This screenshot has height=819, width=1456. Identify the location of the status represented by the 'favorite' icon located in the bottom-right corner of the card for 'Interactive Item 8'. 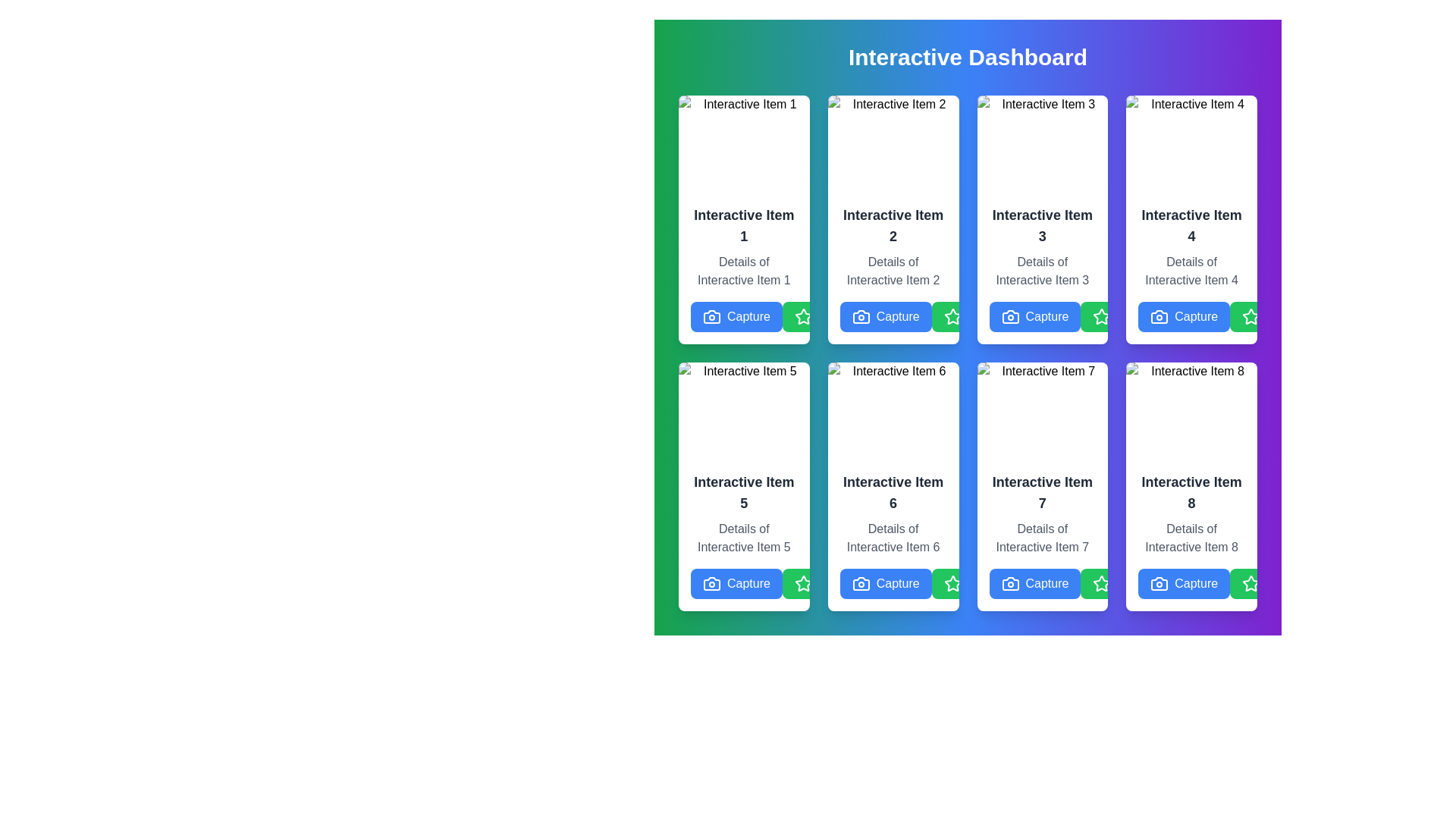
(1251, 583).